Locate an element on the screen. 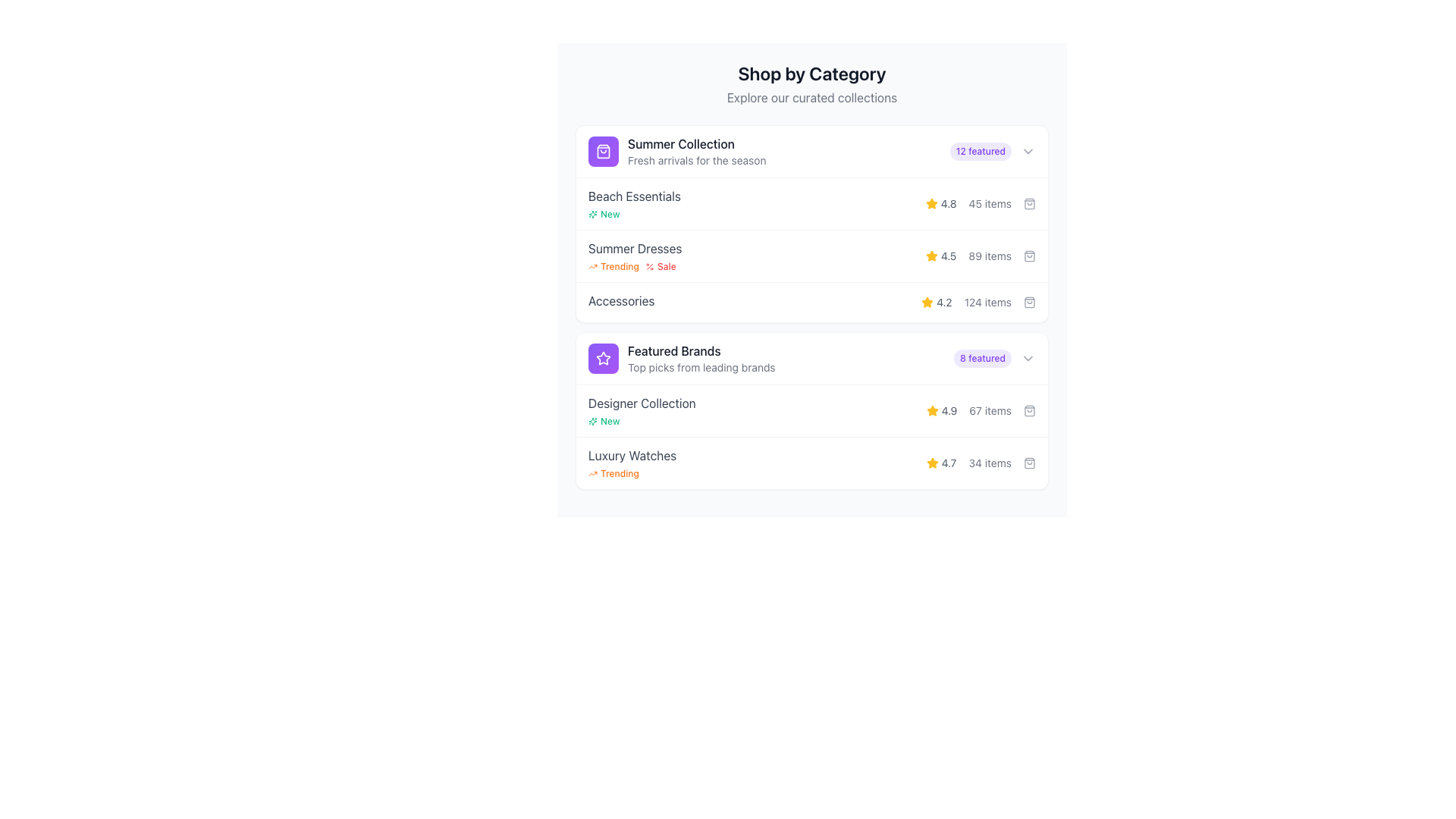  the Informational display component located in the 'Designer Collection' subsection, which includes a star icon, the text '4.9', '67 items', and a shopping bag icon is located at coordinates (981, 411).